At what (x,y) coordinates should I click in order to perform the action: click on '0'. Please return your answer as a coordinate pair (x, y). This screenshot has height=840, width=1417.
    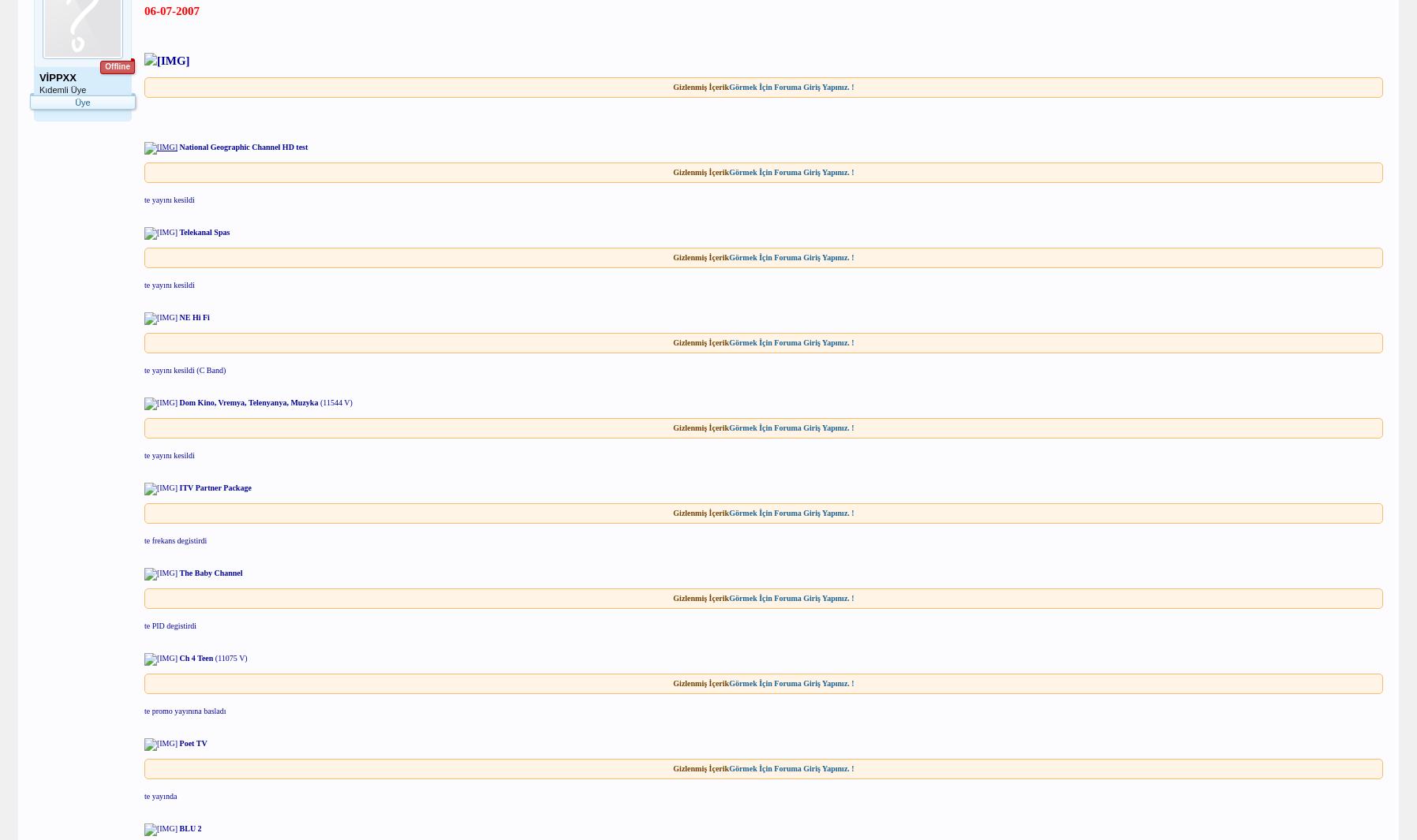
    Looking at the image, I should click on (122, 151).